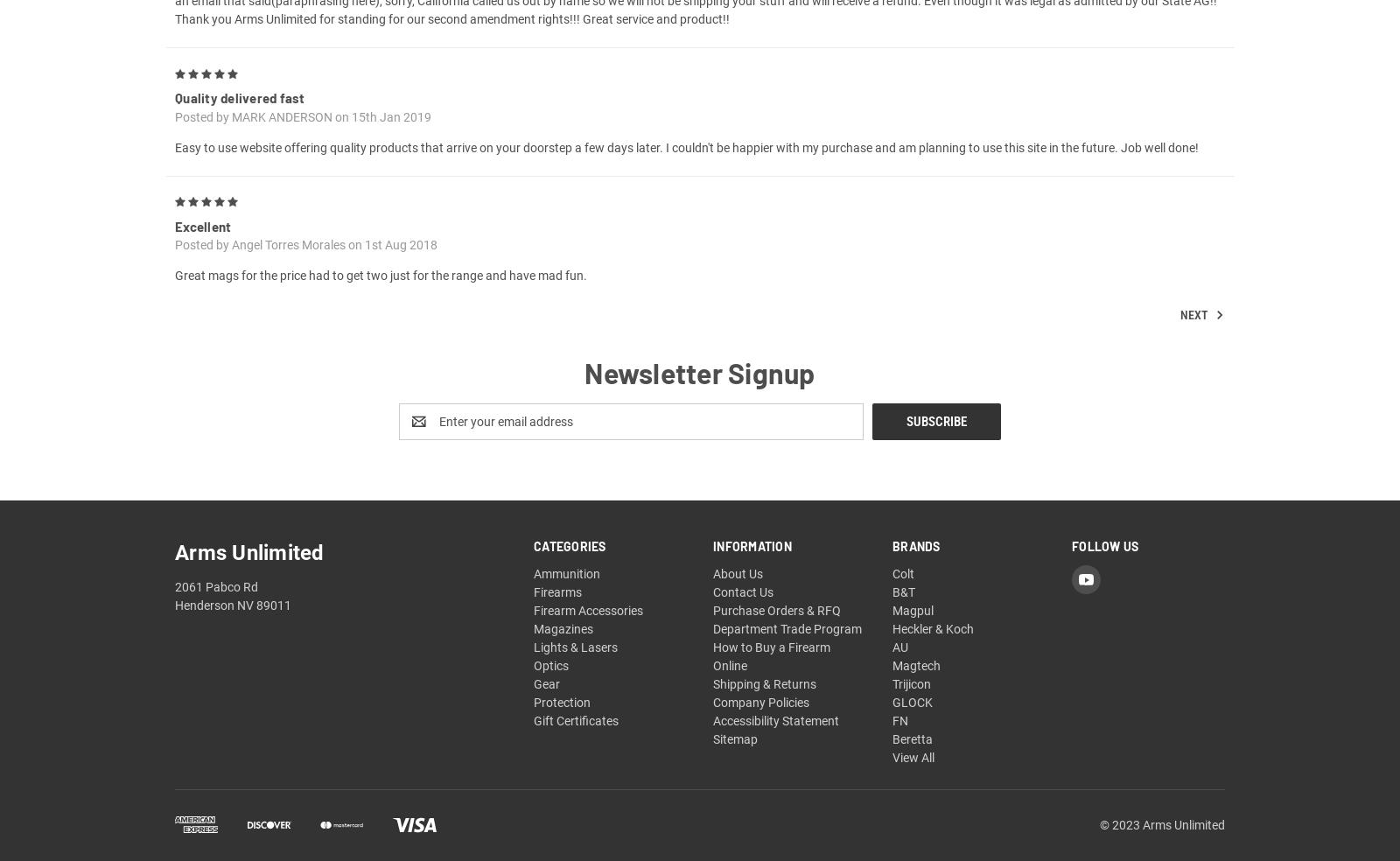  Describe the element at coordinates (892, 593) in the screenshot. I see `'Colt'` at that location.